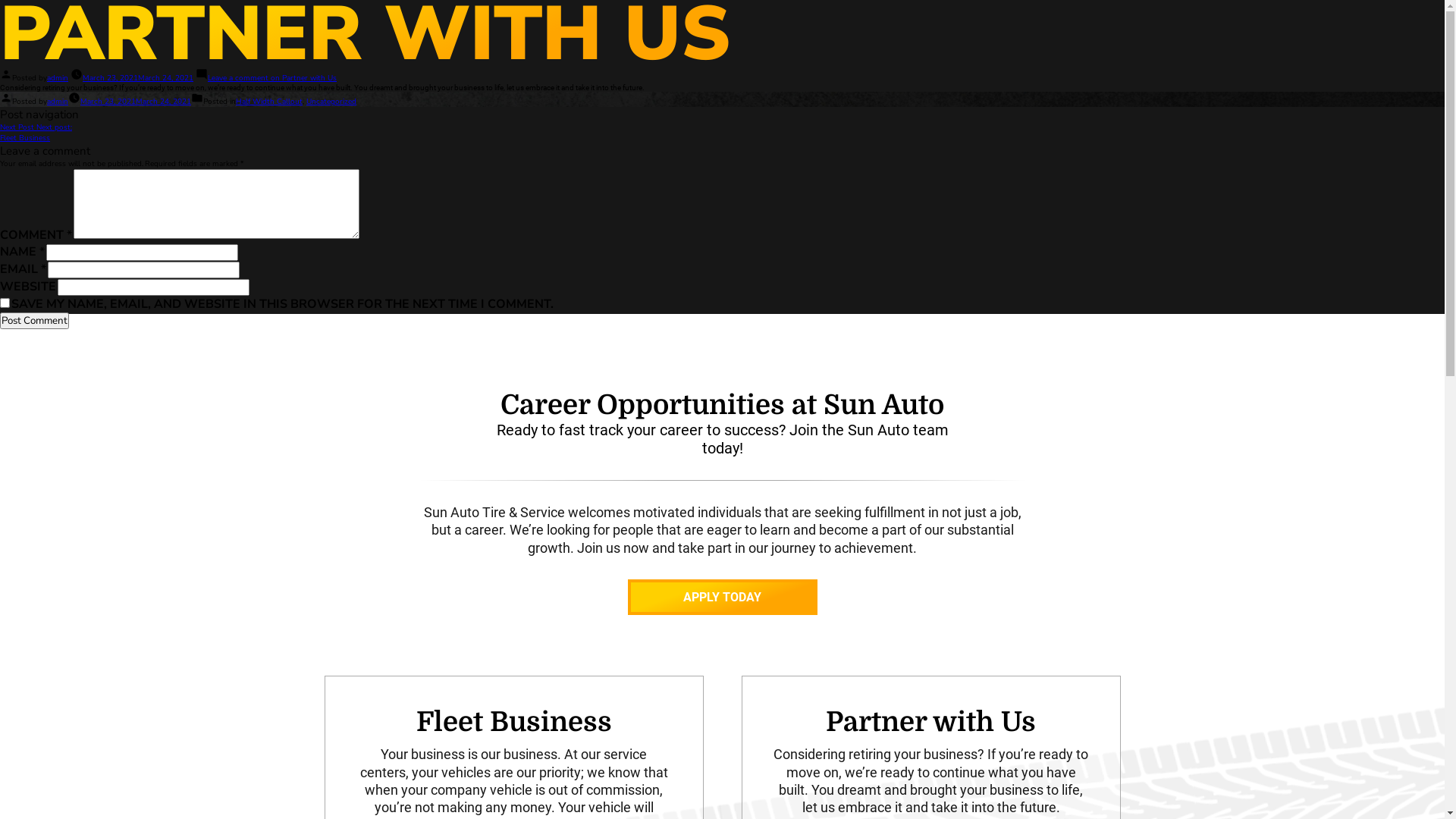 The image size is (1456, 819). What do you see at coordinates (34, 320) in the screenshot?
I see `'Post Comment'` at bounding box center [34, 320].